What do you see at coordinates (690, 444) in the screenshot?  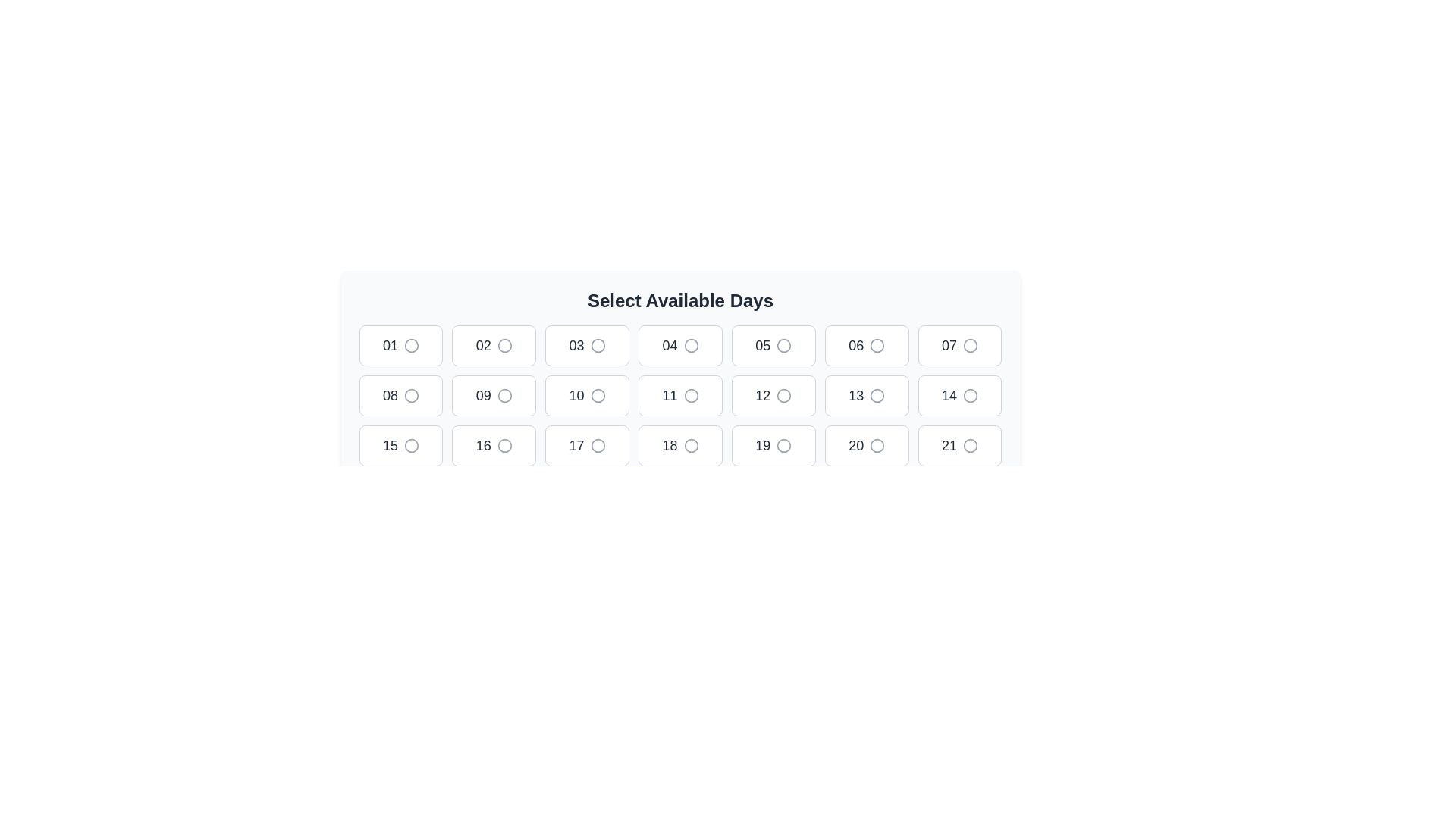 I see `the circle control representing the day 18 in the date selection interface` at bounding box center [690, 444].